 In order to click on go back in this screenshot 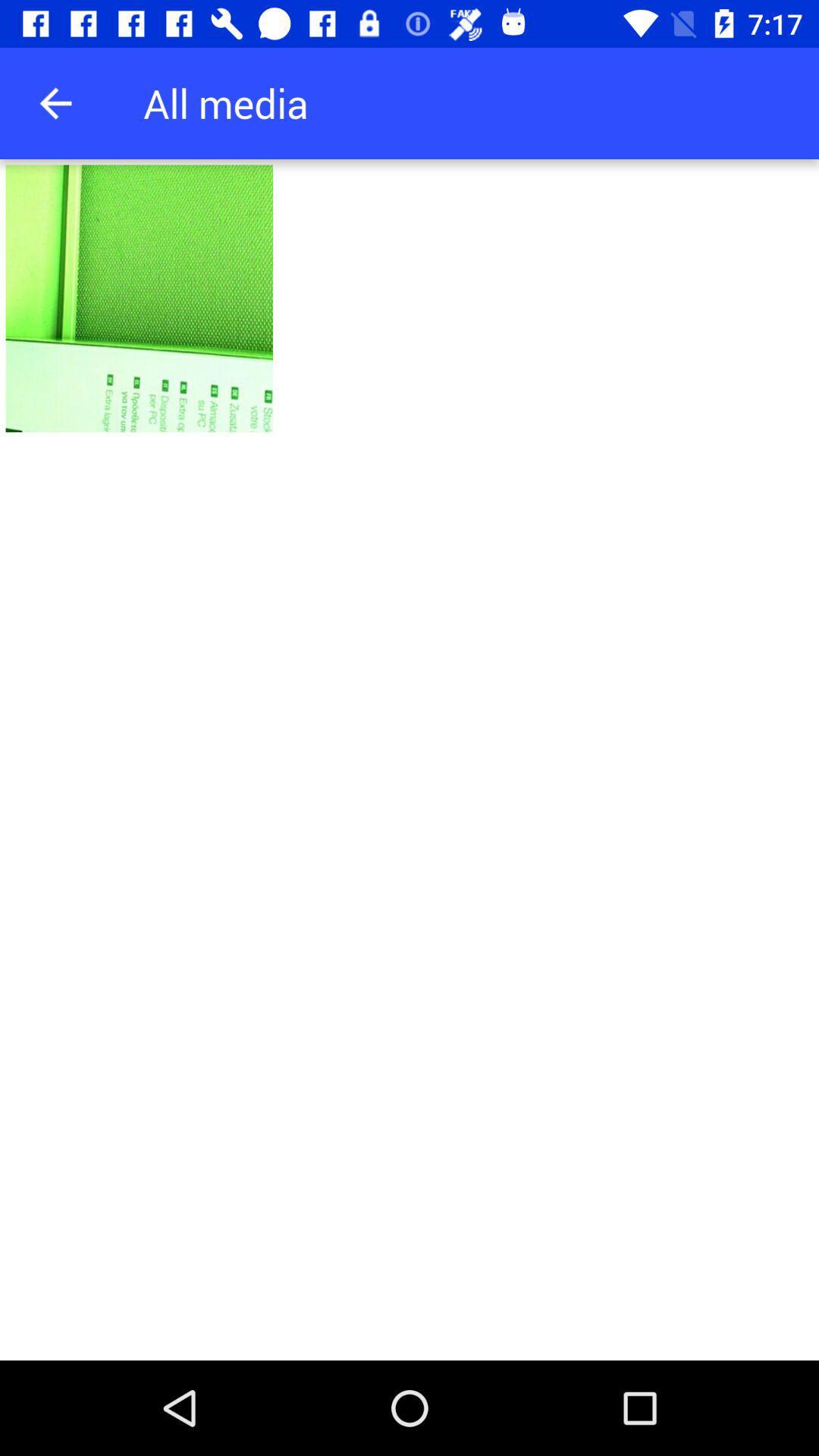, I will do `click(55, 102)`.